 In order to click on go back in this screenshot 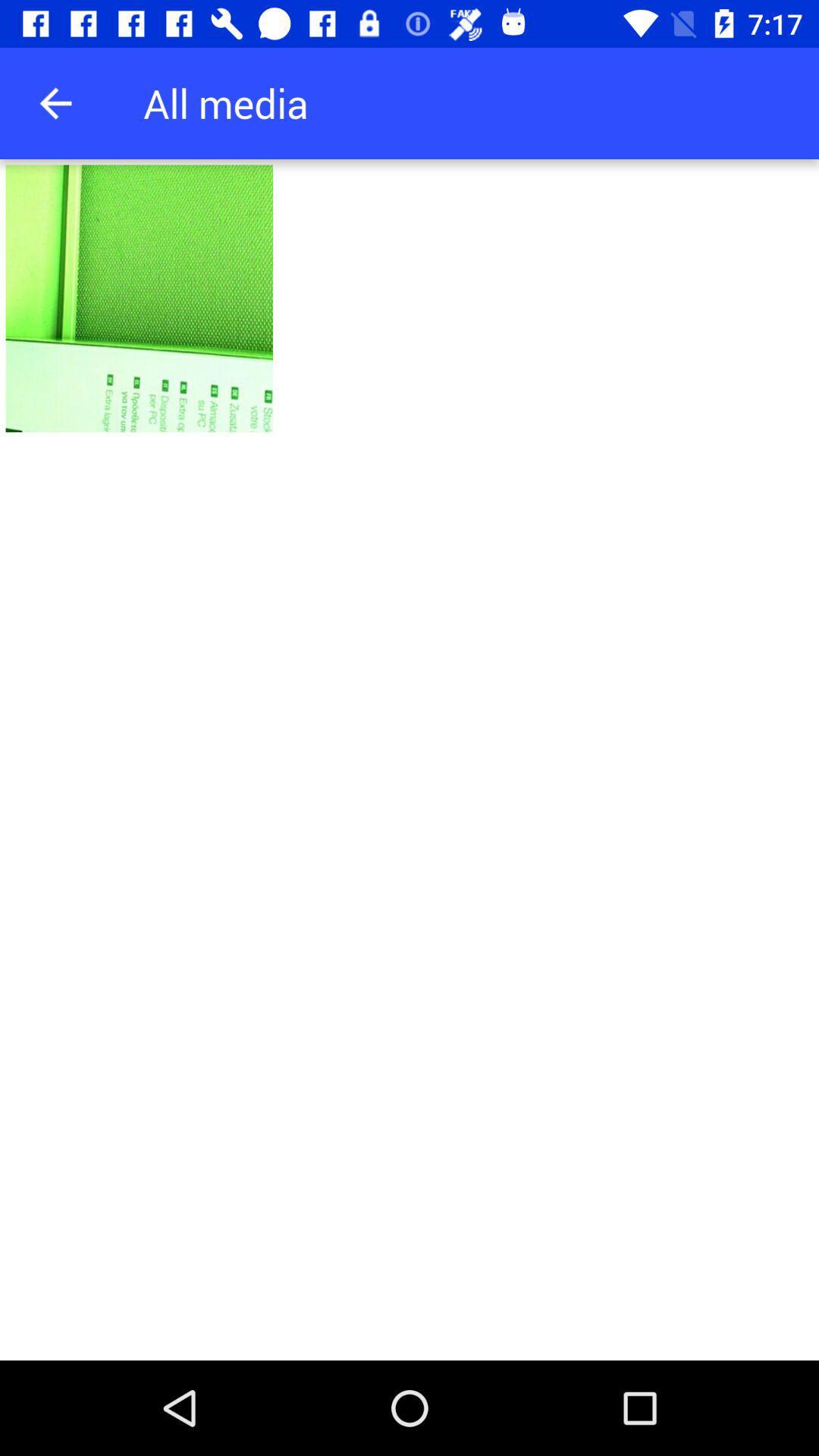, I will do `click(55, 102)`.